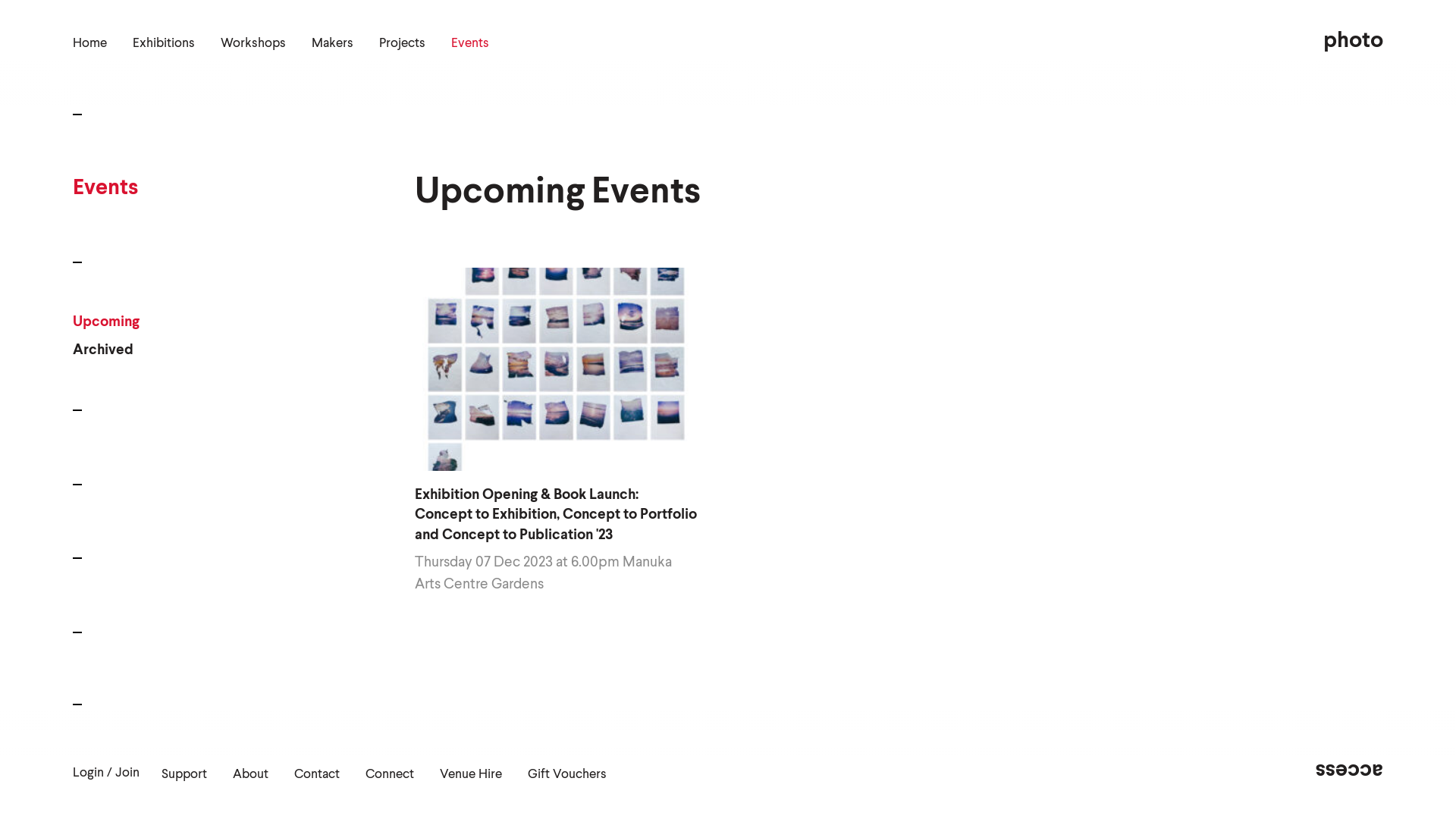  Describe the element at coordinates (389, 774) in the screenshot. I see `'Connect'` at that location.